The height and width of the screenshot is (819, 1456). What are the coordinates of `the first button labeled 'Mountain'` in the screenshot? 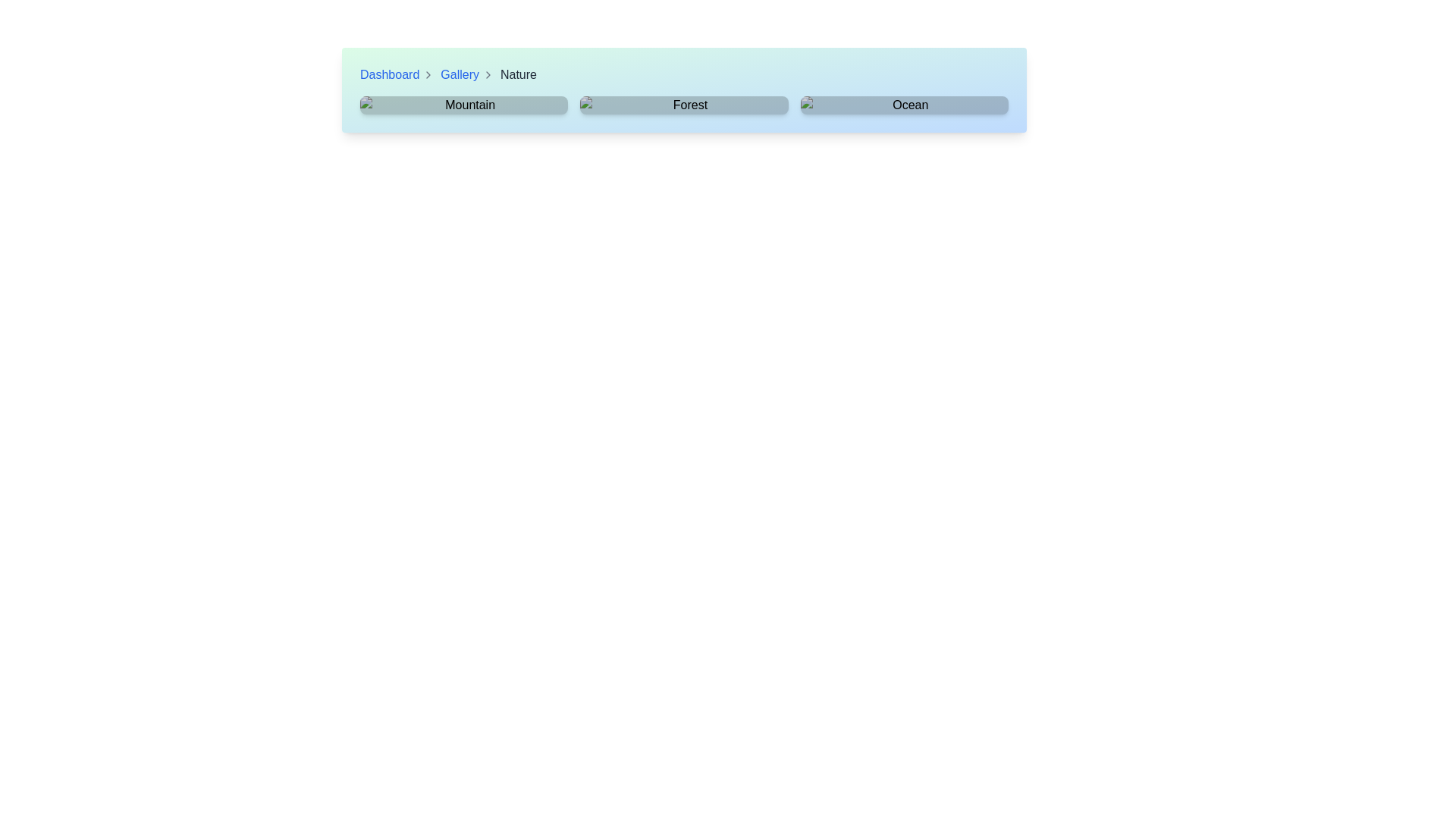 It's located at (463, 104).